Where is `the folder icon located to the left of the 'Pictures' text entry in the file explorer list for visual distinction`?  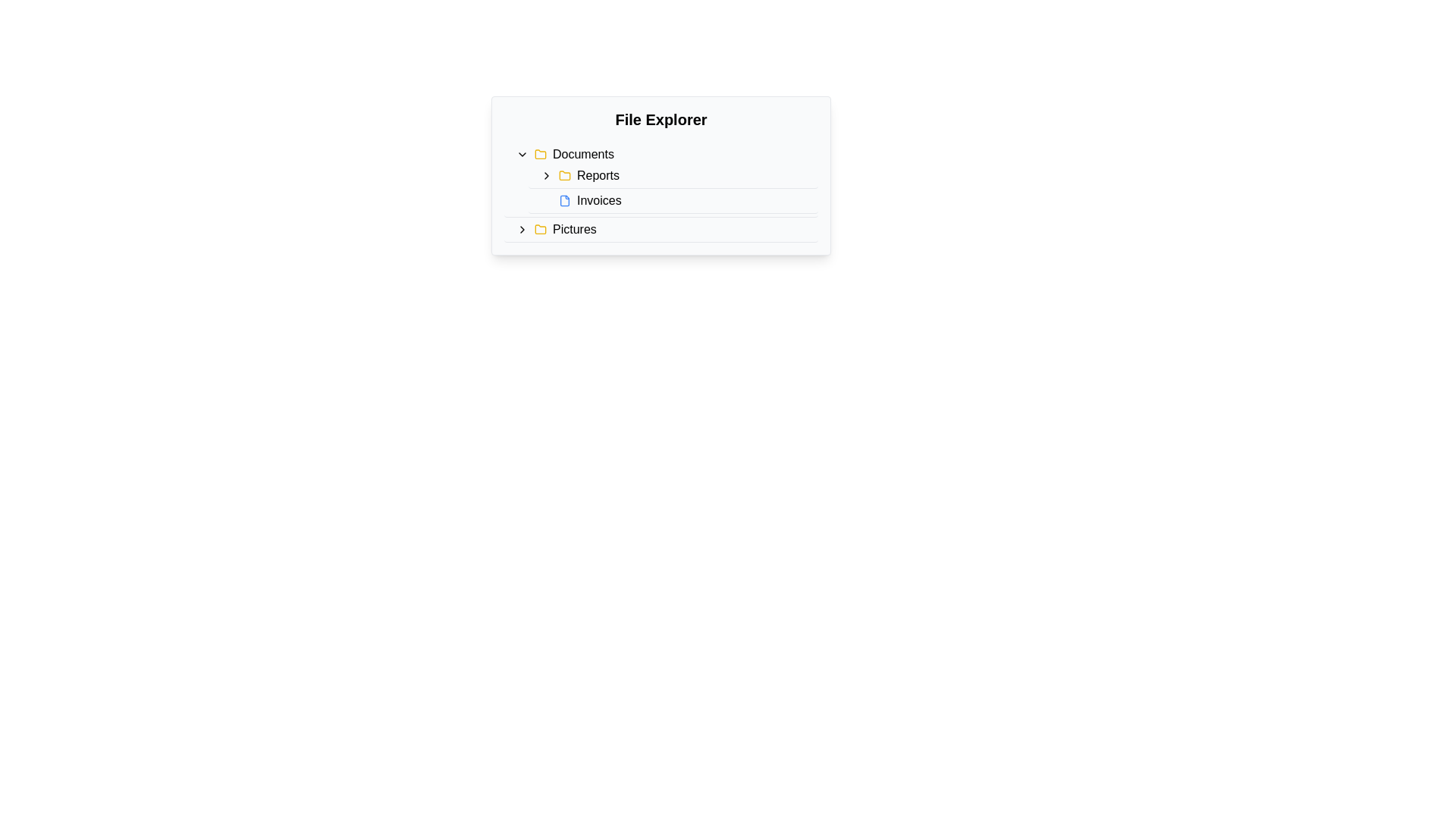 the folder icon located to the left of the 'Pictures' text entry in the file explorer list for visual distinction is located at coordinates (541, 228).